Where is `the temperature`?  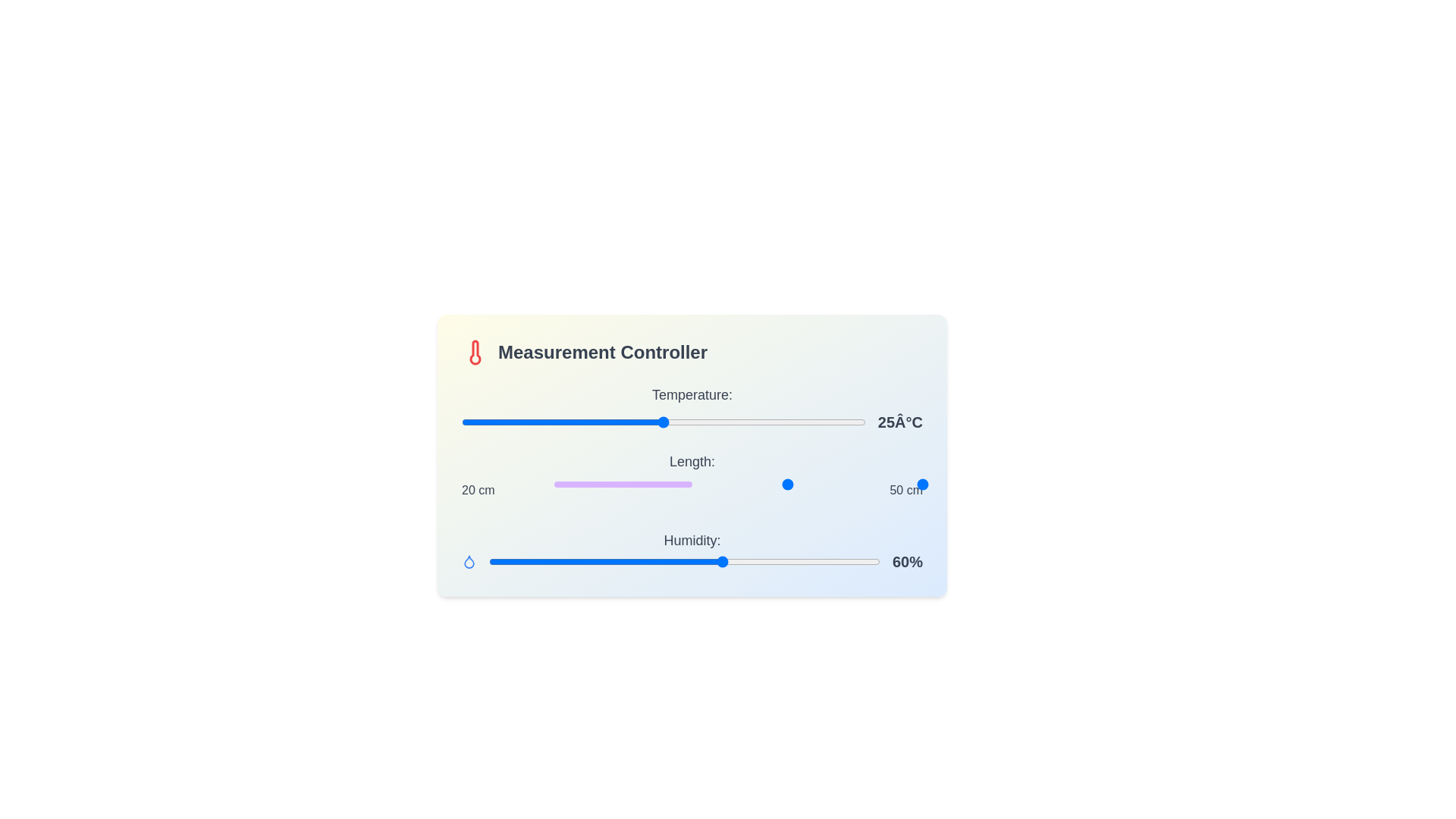
the temperature is located at coordinates (720, 422).